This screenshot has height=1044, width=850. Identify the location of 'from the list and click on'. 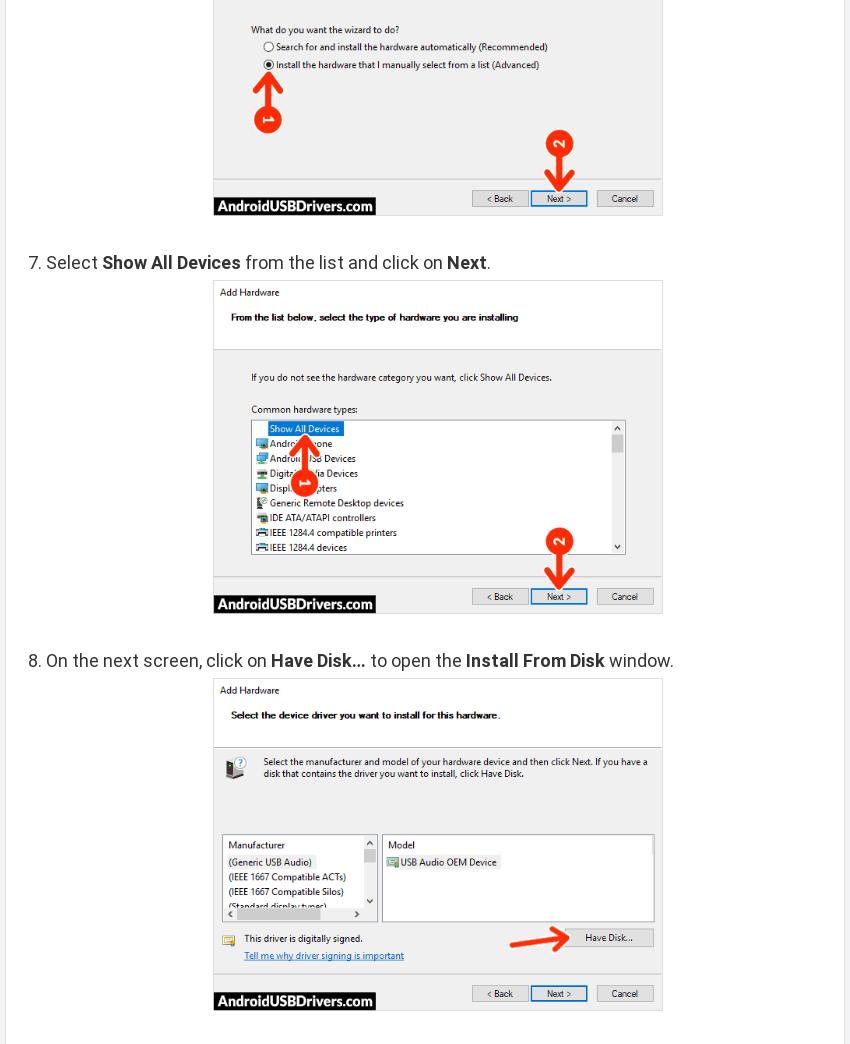
(342, 261).